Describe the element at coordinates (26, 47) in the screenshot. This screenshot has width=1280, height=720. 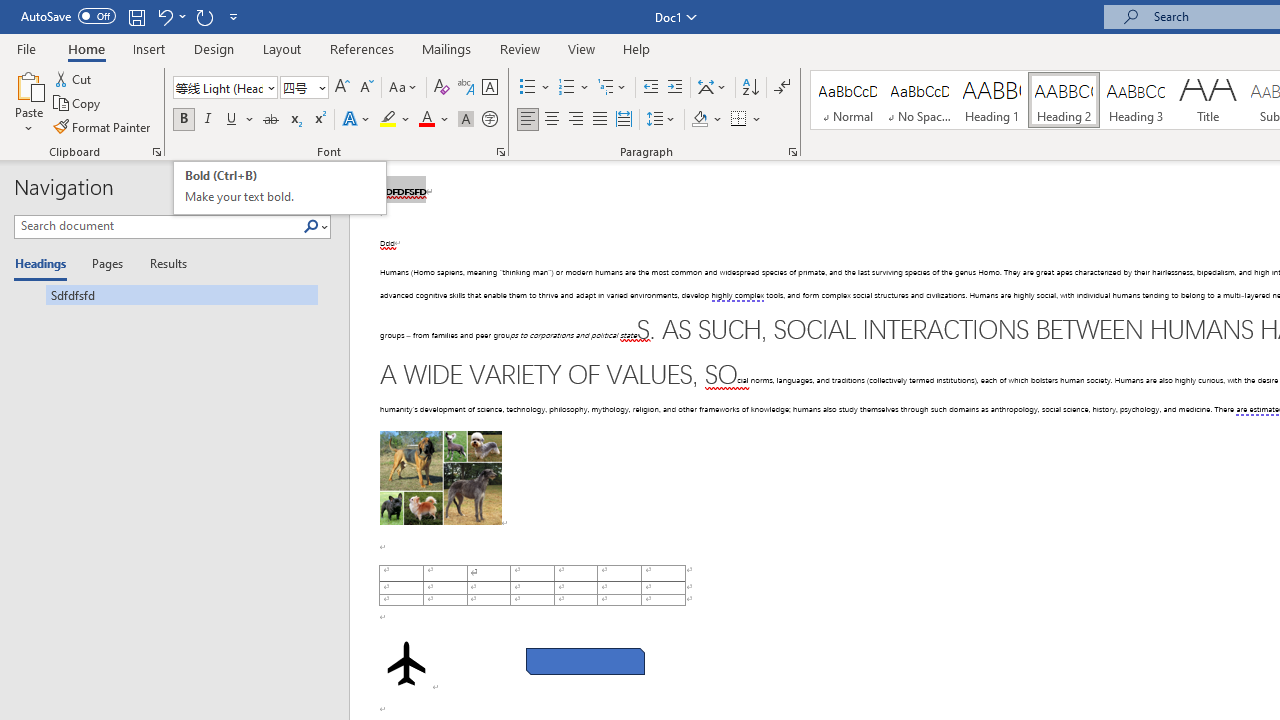
I see `'File Tab'` at that location.